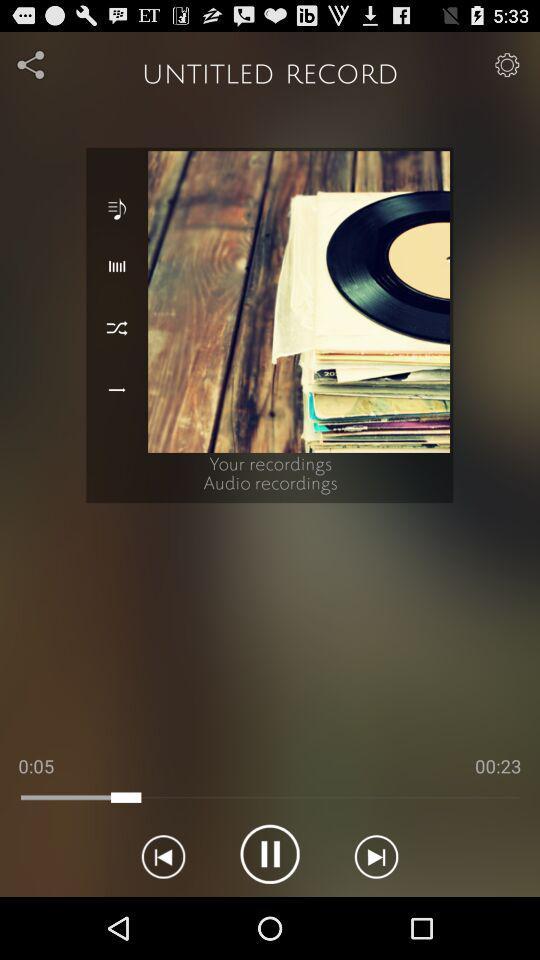 Image resolution: width=540 pixels, height=960 pixels. Describe the element at coordinates (507, 64) in the screenshot. I see `setting button` at that location.